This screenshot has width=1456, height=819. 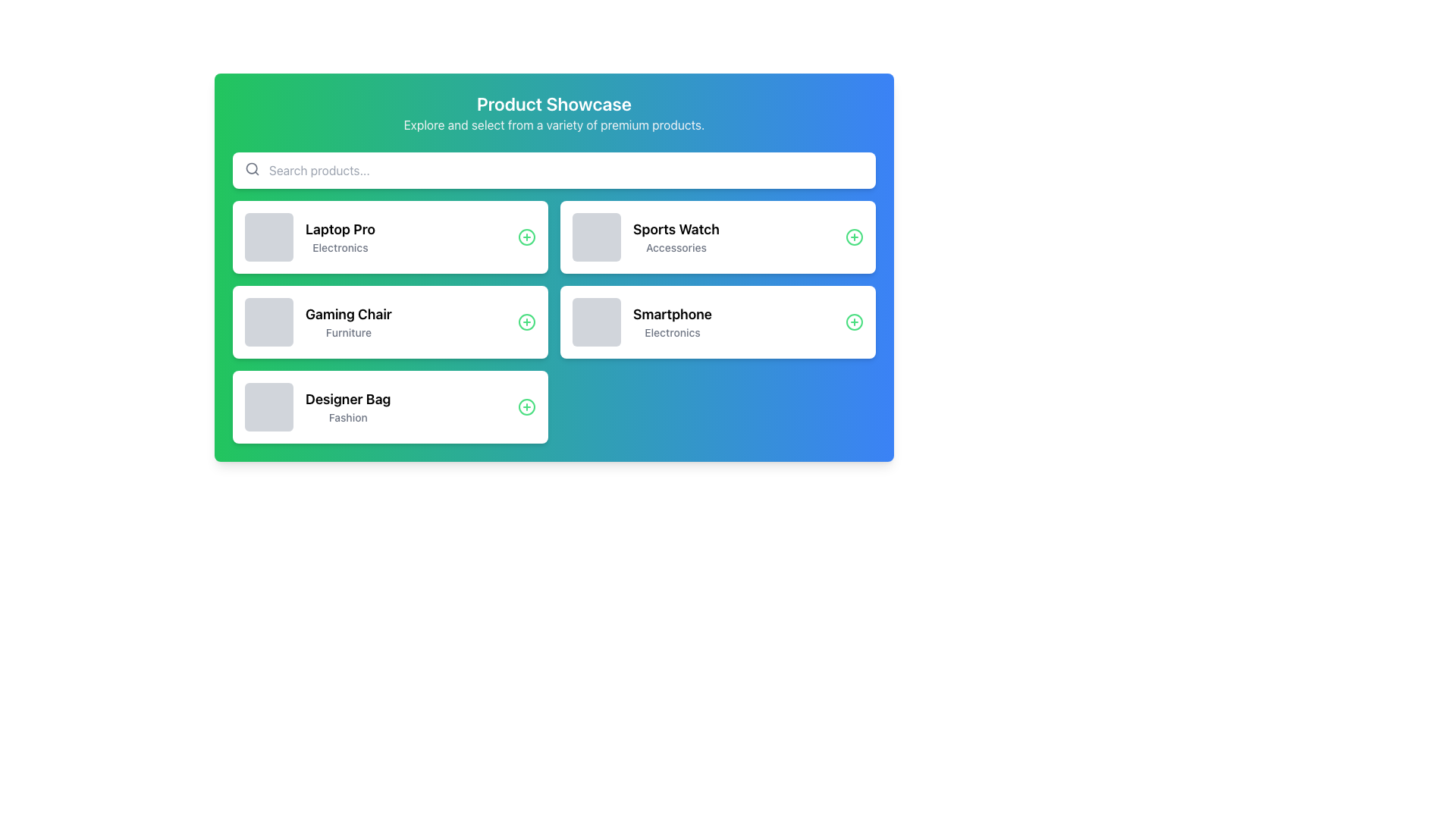 I want to click on text content of the 'Designer Bag' label, which is located in the last row of the first column in the product listing grid, below the 'Gaming Chair' card, so click(x=347, y=406).